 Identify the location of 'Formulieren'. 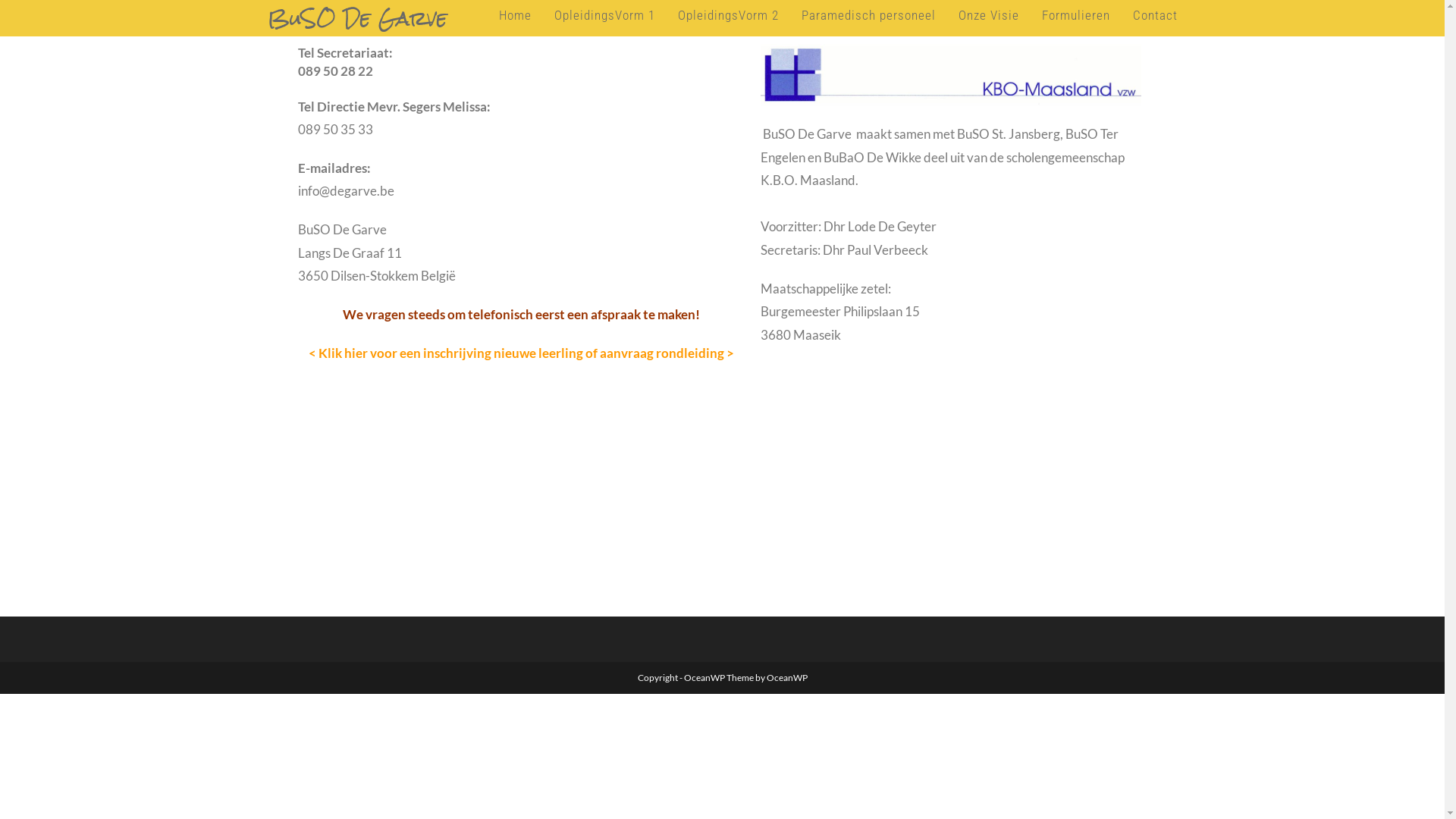
(1074, 14).